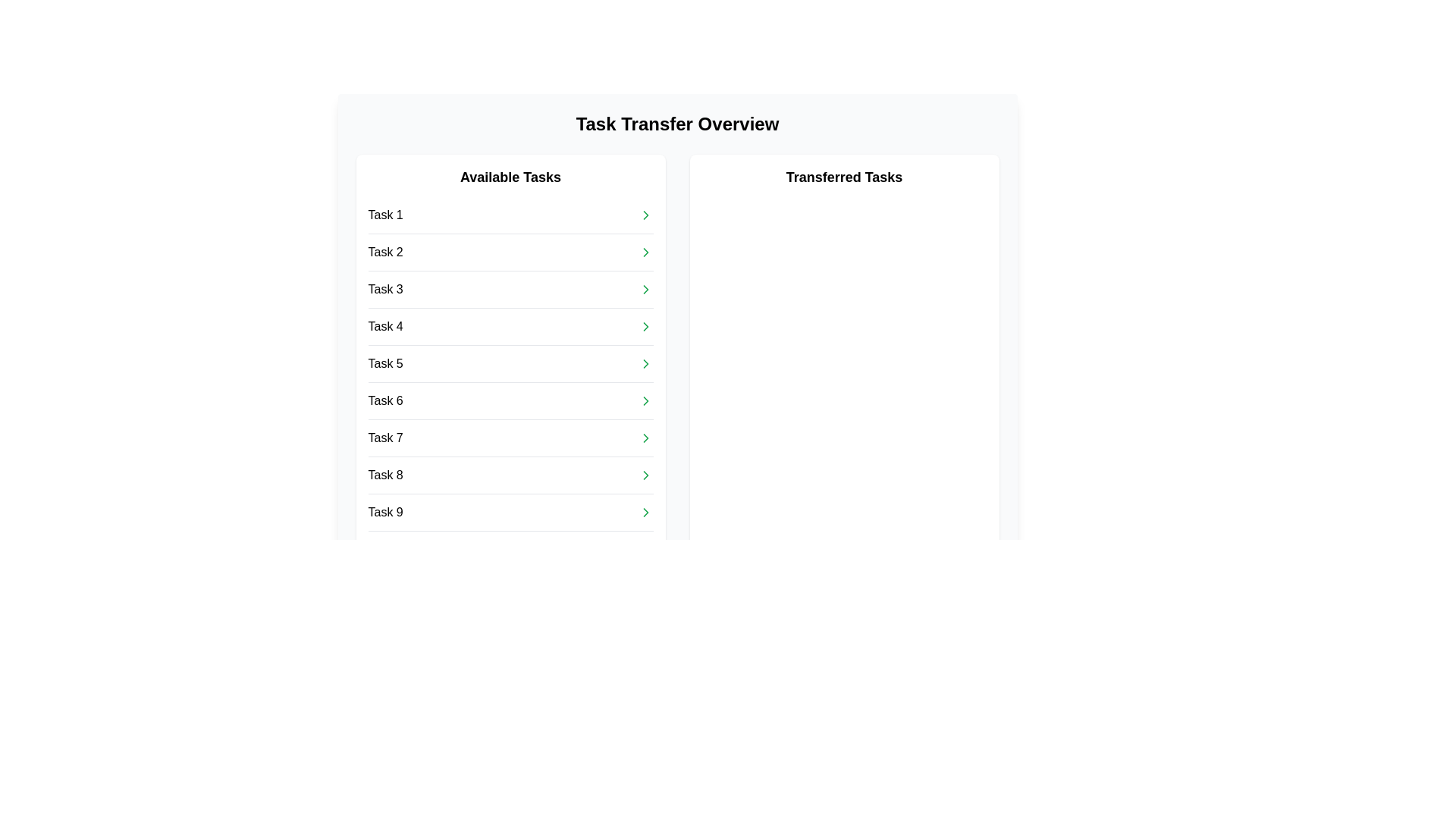 This screenshot has width=1456, height=819. I want to click on the Icon Button located on the right side of the 'Task 5' entry in the 'Available Tasks' column, so click(645, 363).